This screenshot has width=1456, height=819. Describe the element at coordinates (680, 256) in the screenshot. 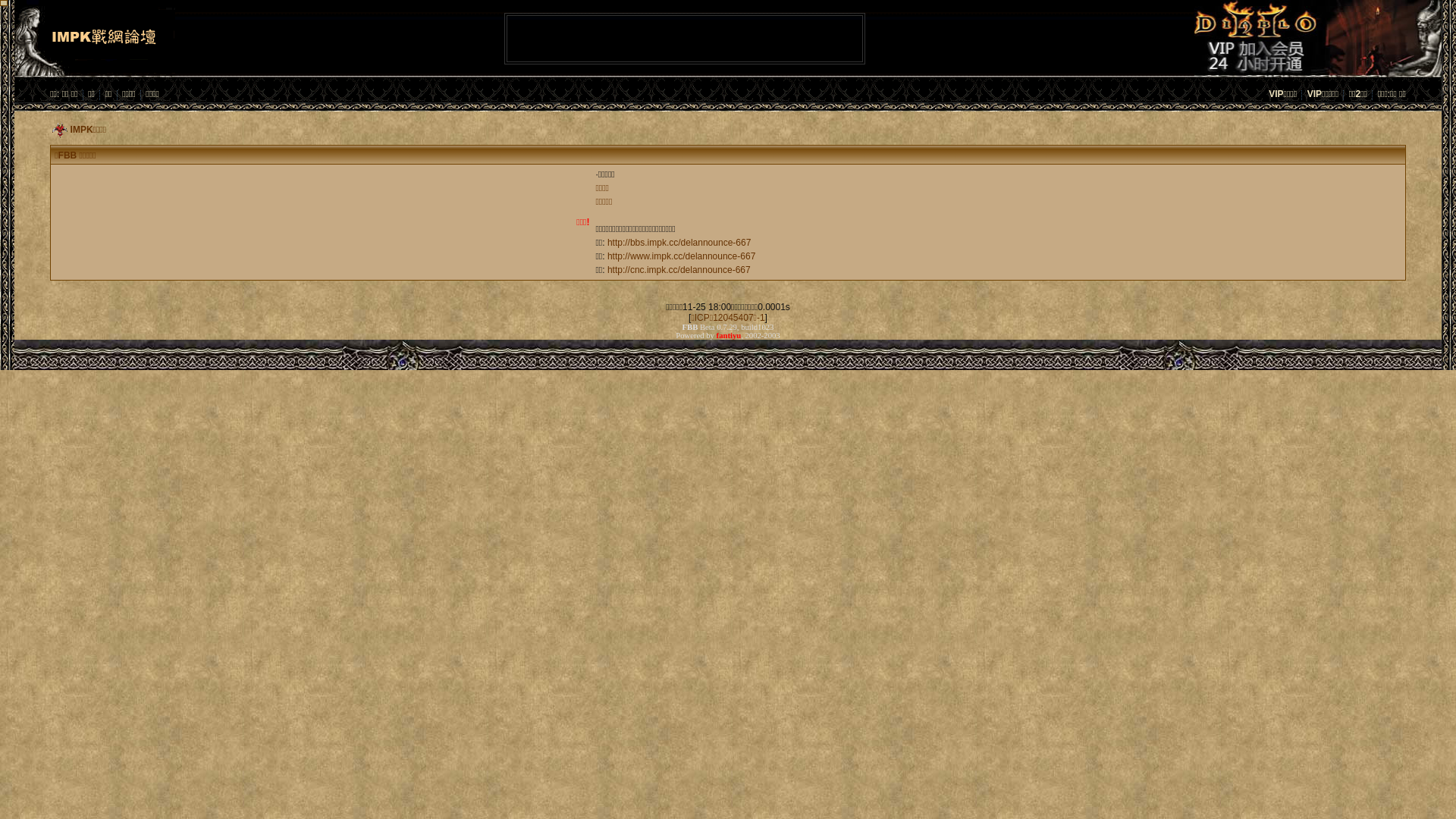

I see `'http://www.impk.cc/delannounce-667'` at that location.